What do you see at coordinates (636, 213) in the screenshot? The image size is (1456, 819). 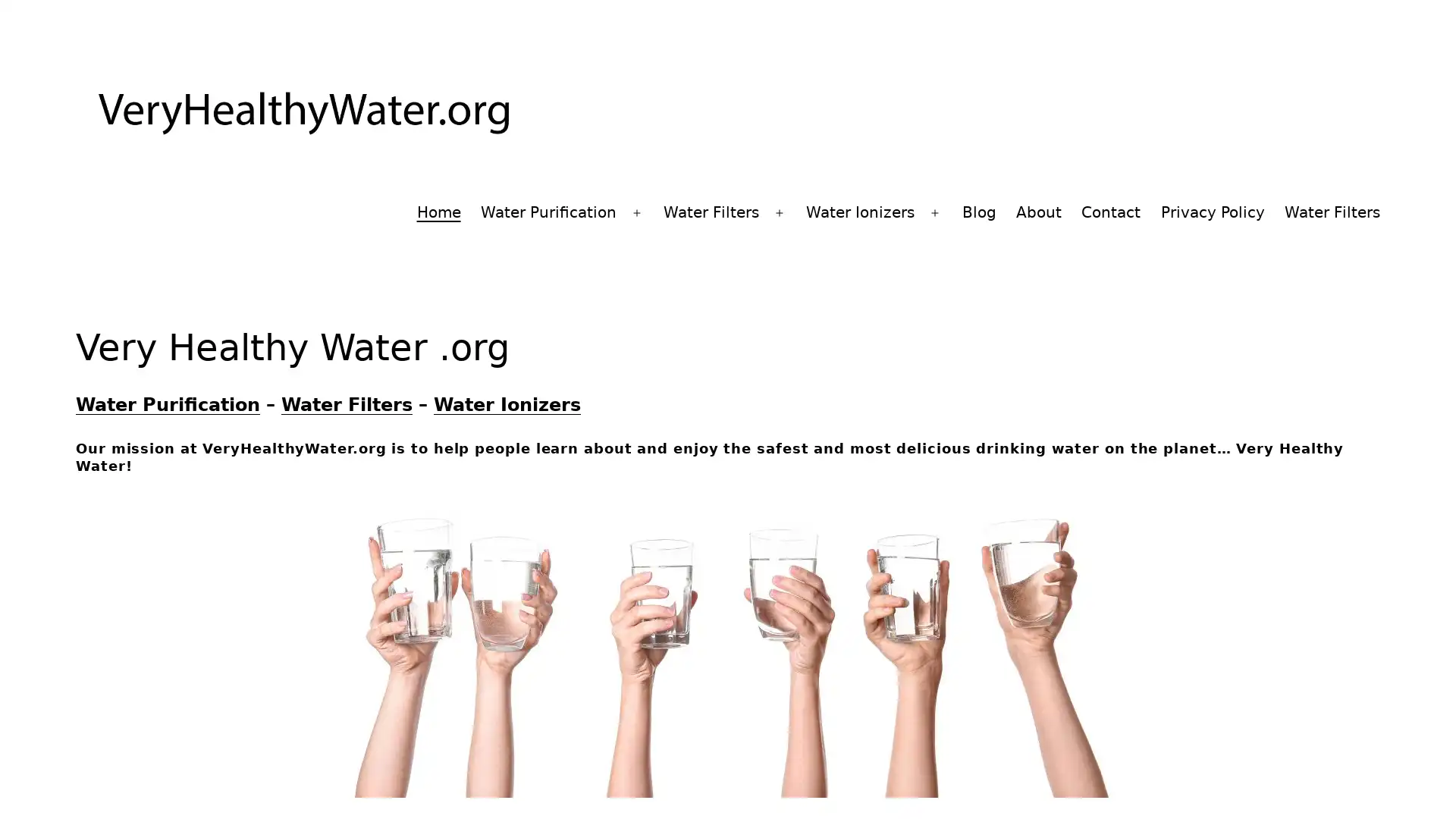 I see `Open menu` at bounding box center [636, 213].